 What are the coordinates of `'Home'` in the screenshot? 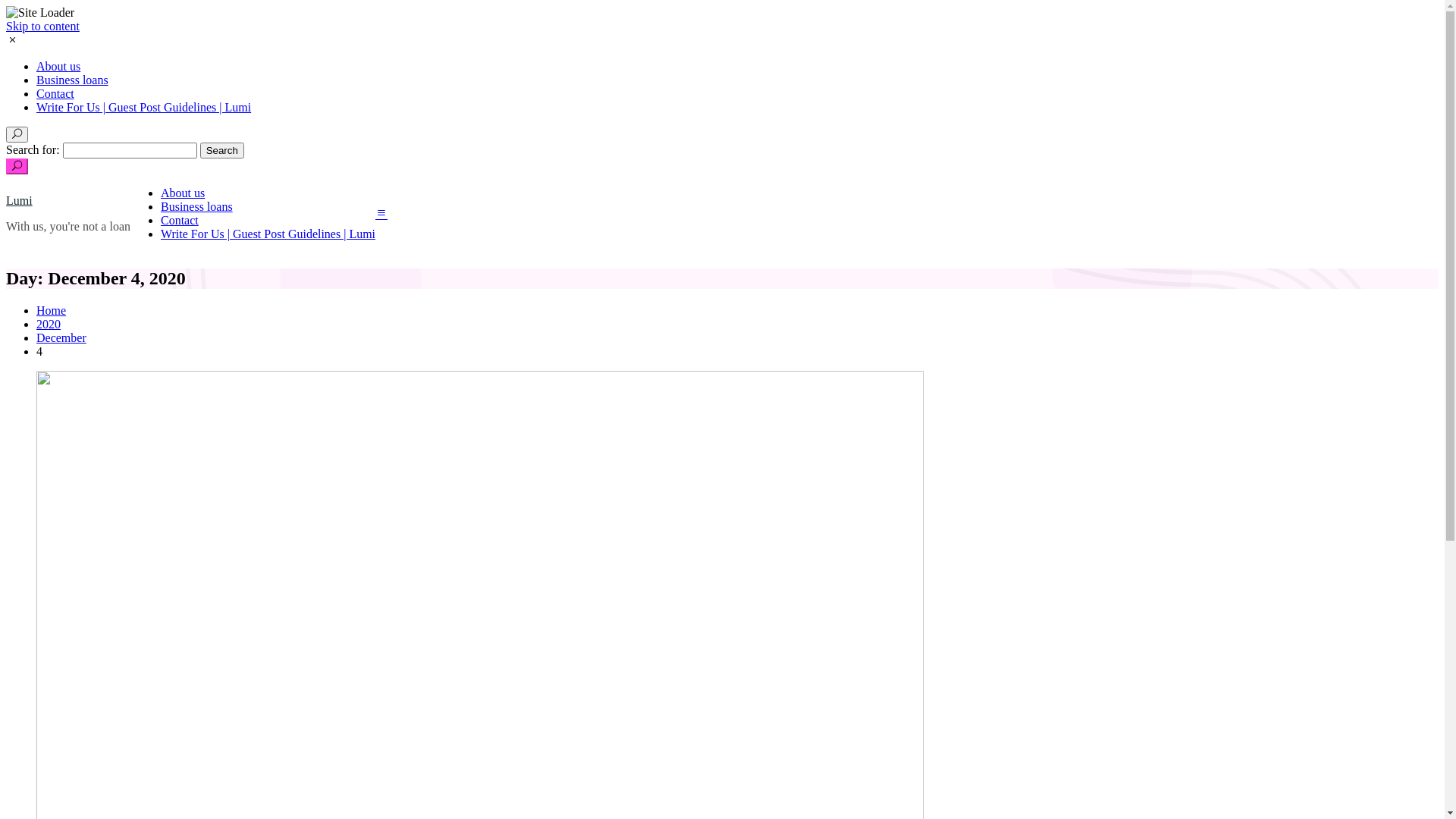 It's located at (51, 309).